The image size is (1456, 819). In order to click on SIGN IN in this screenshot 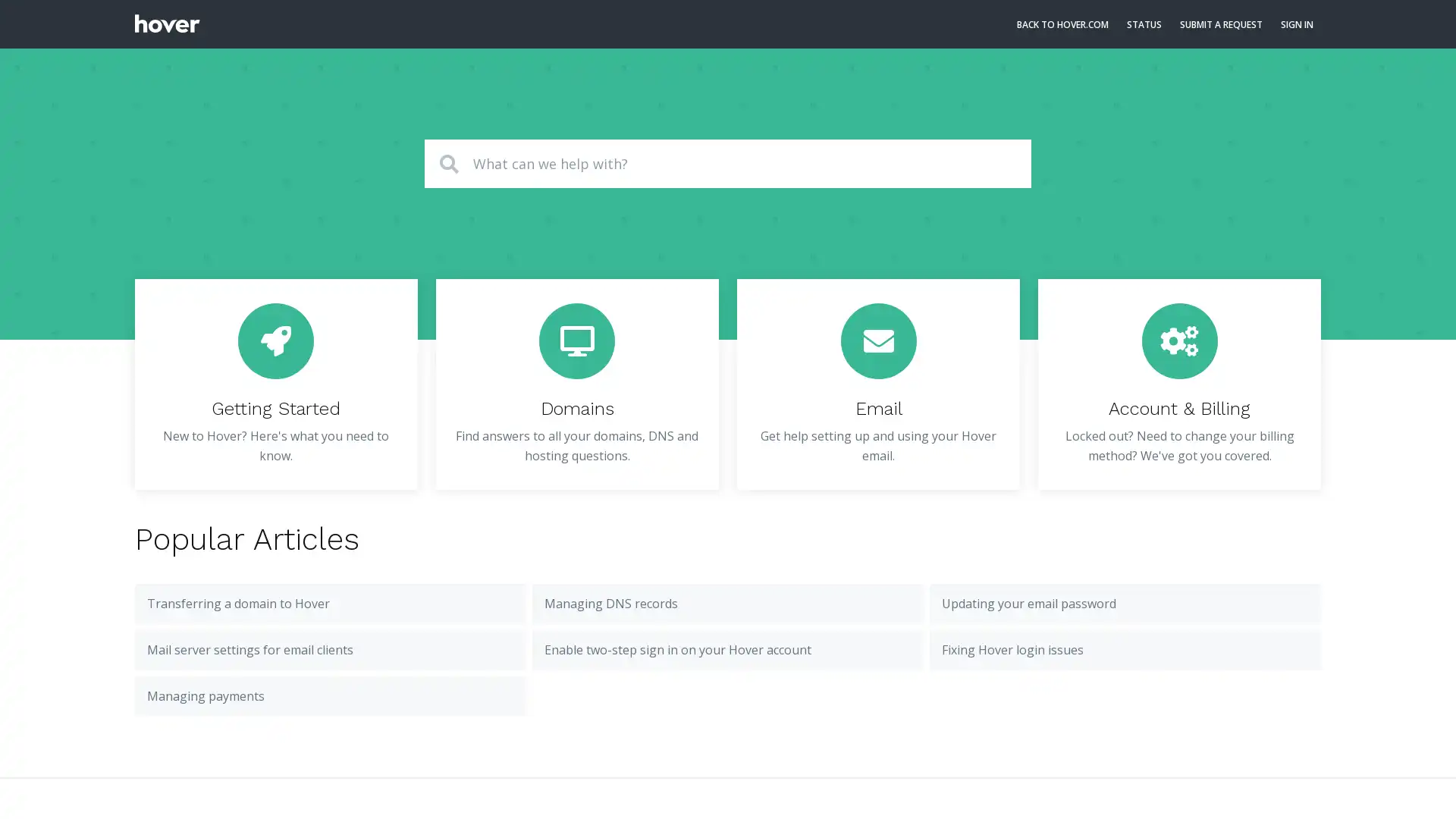, I will do `click(1296, 25)`.